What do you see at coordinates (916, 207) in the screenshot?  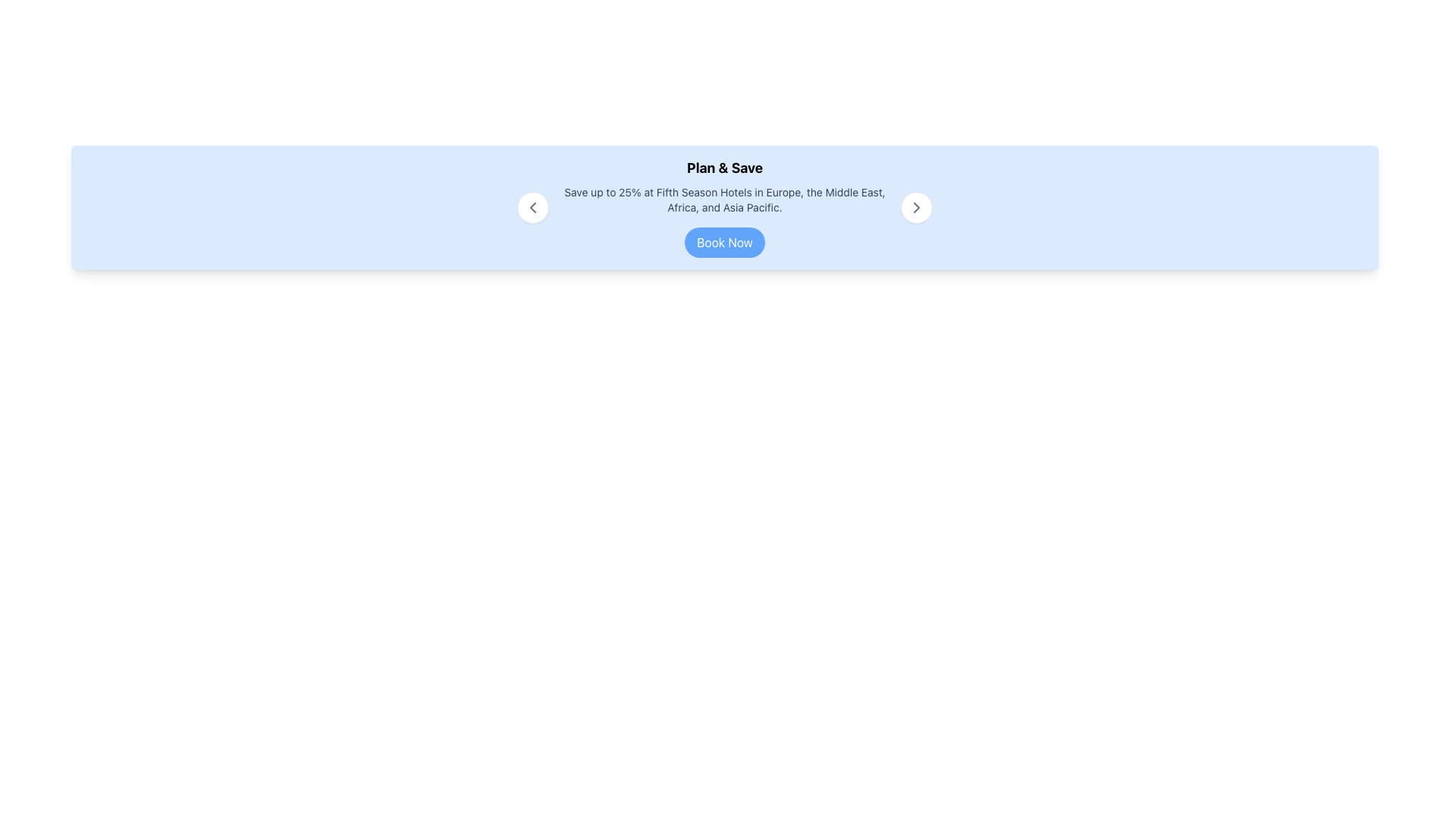 I see `the rightward-pointing chevron icon with rounded edges and a dark gray outline on a white circular background` at bounding box center [916, 207].